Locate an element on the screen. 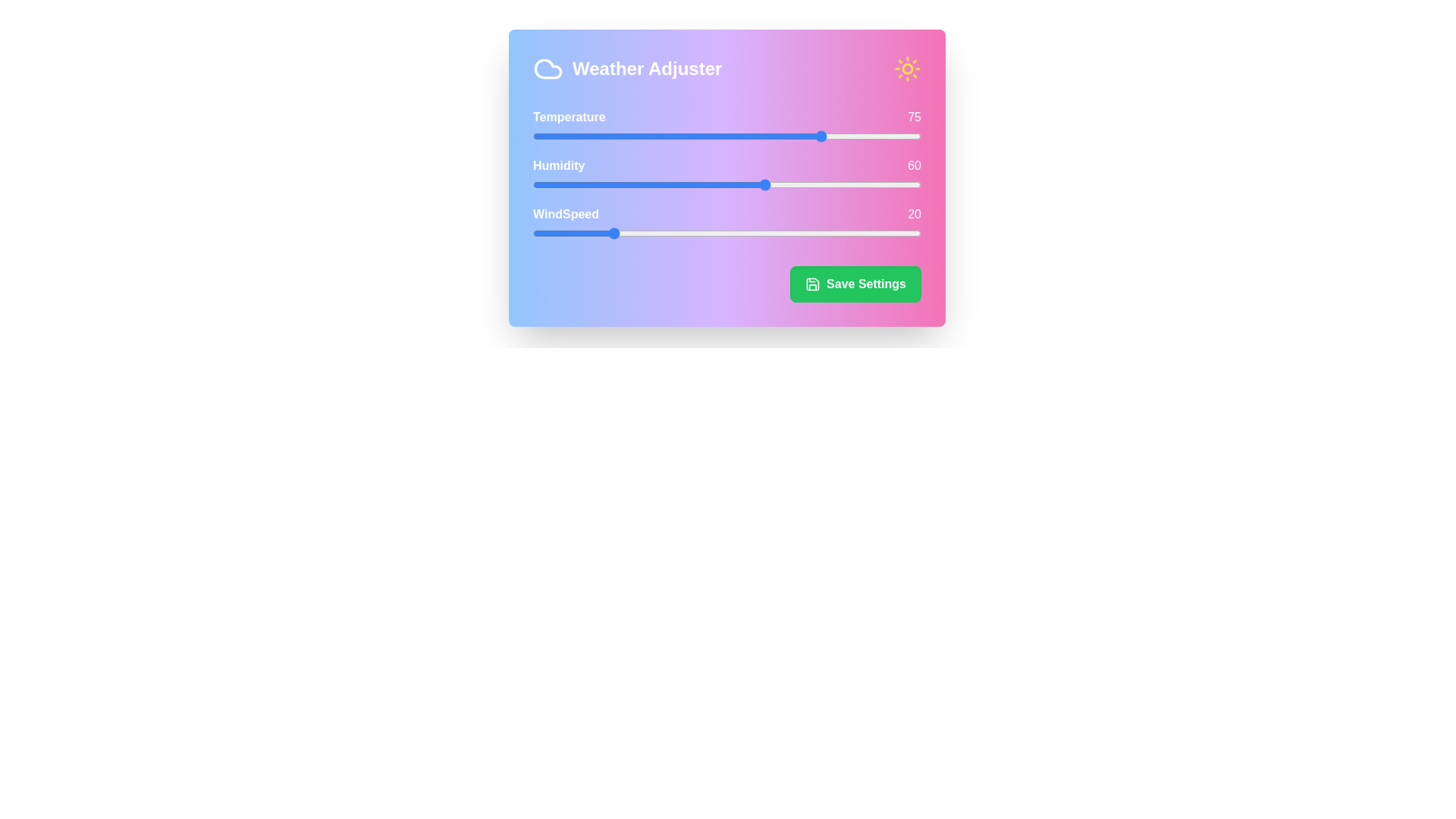 The width and height of the screenshot is (1456, 819). the wind speed is located at coordinates (912, 234).